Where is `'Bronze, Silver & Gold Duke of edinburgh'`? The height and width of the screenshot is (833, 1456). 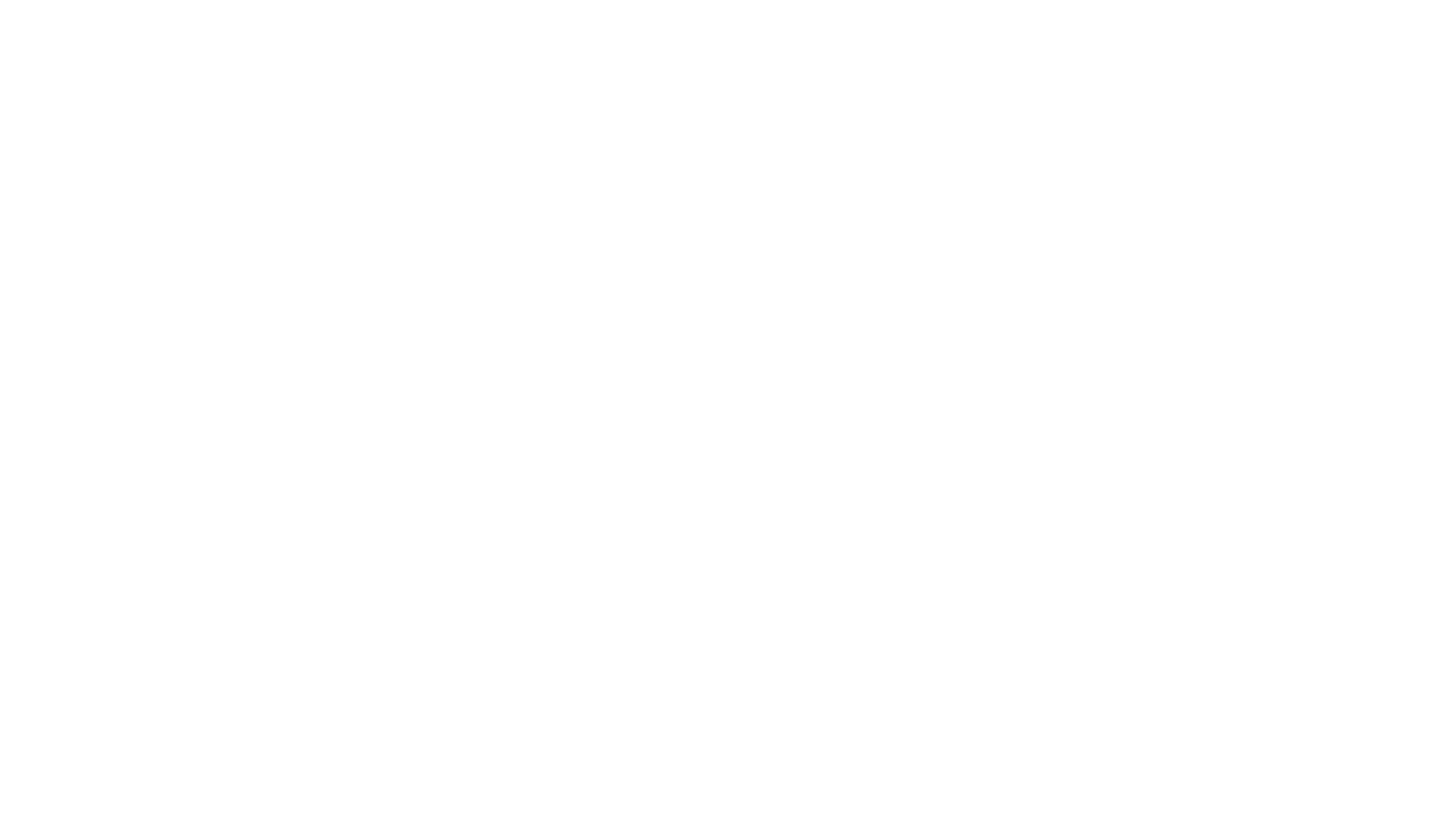 'Bronze, Silver & Gold Duke of edinburgh' is located at coordinates (1242, 584).